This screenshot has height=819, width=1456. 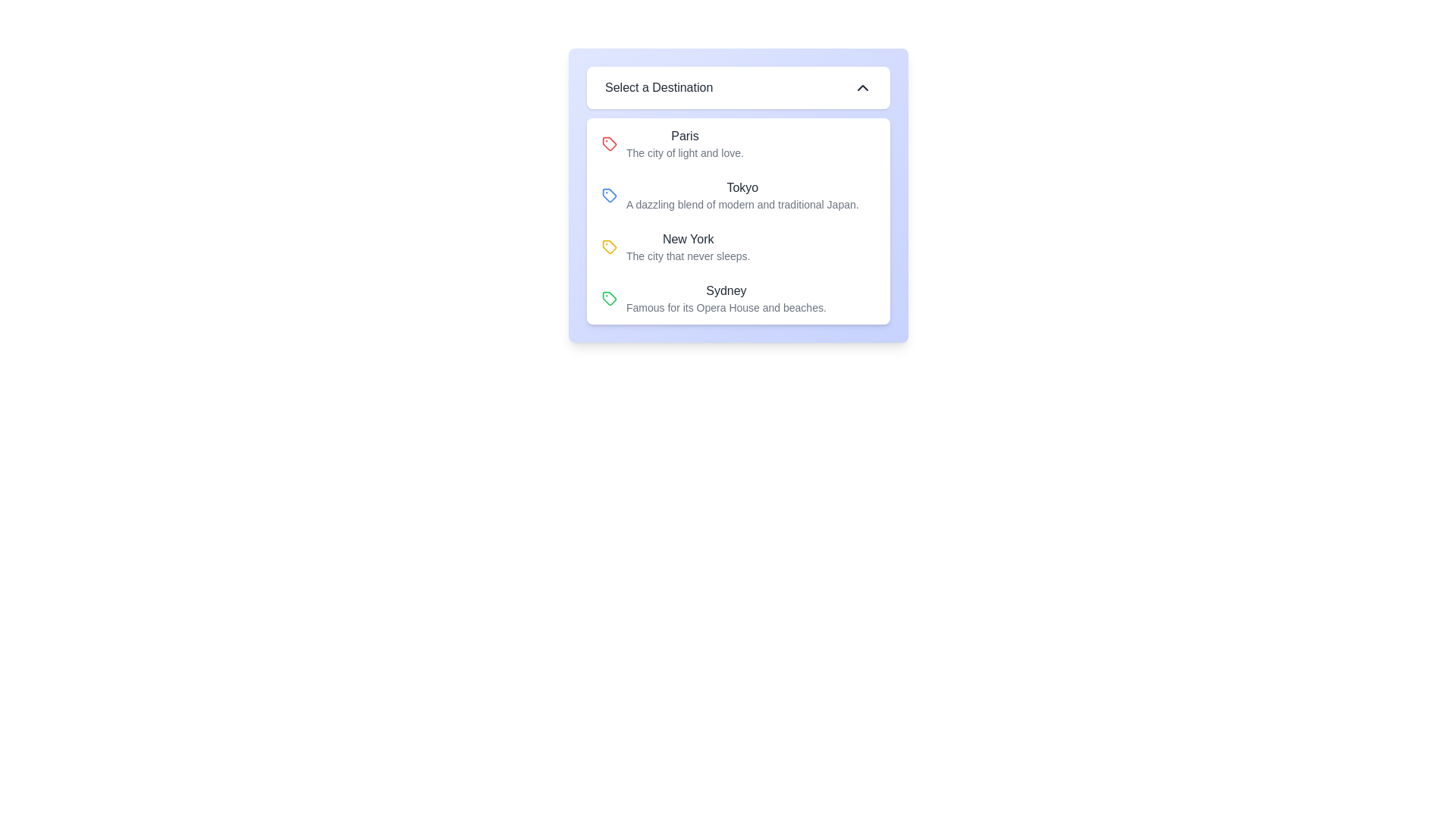 What do you see at coordinates (742, 205) in the screenshot?
I see `the text element reading 'A dazzling blend of modern and traditional Japan.' which is located under the 'Tokyo' label` at bounding box center [742, 205].